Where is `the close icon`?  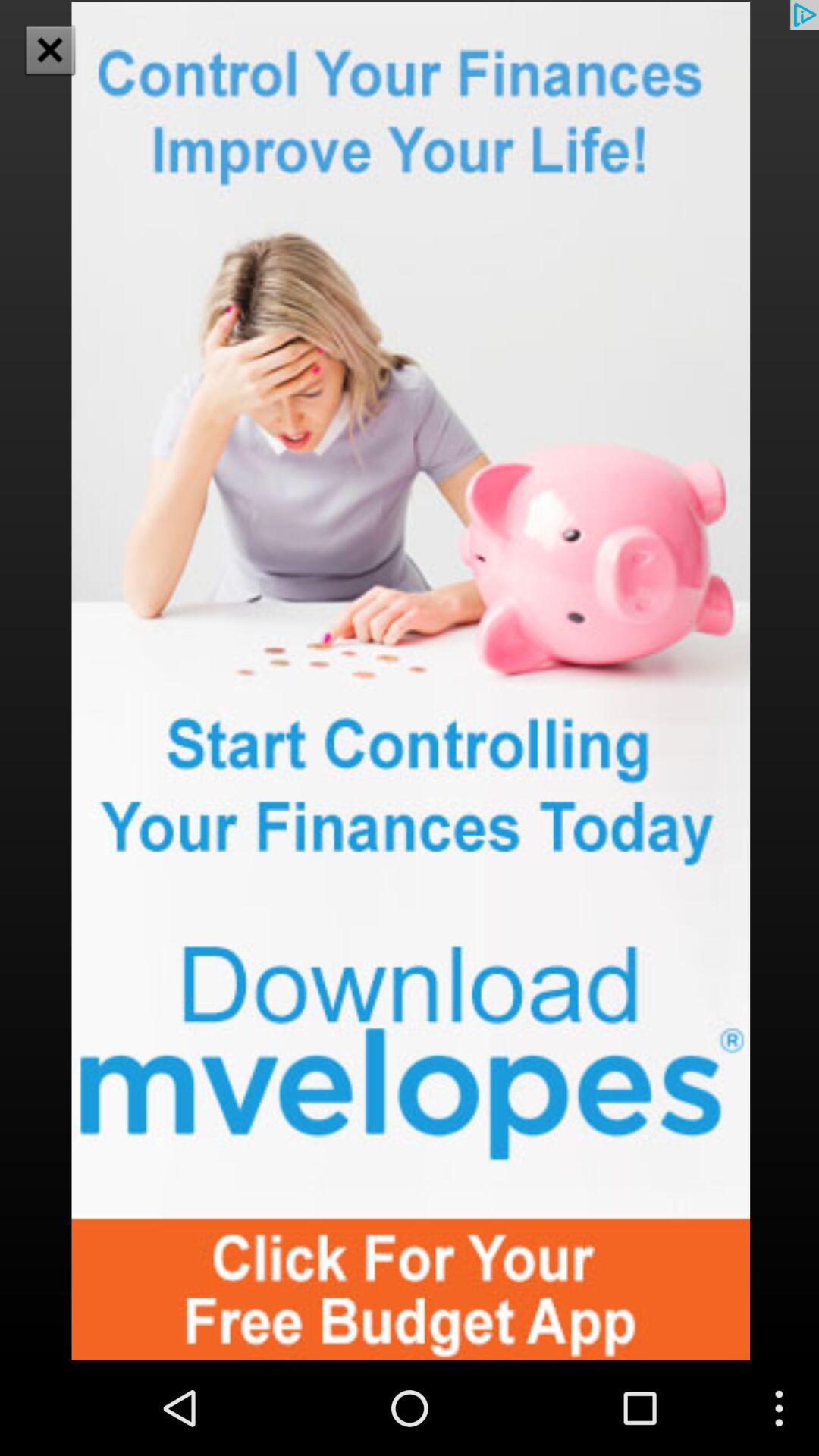 the close icon is located at coordinates (69, 74).